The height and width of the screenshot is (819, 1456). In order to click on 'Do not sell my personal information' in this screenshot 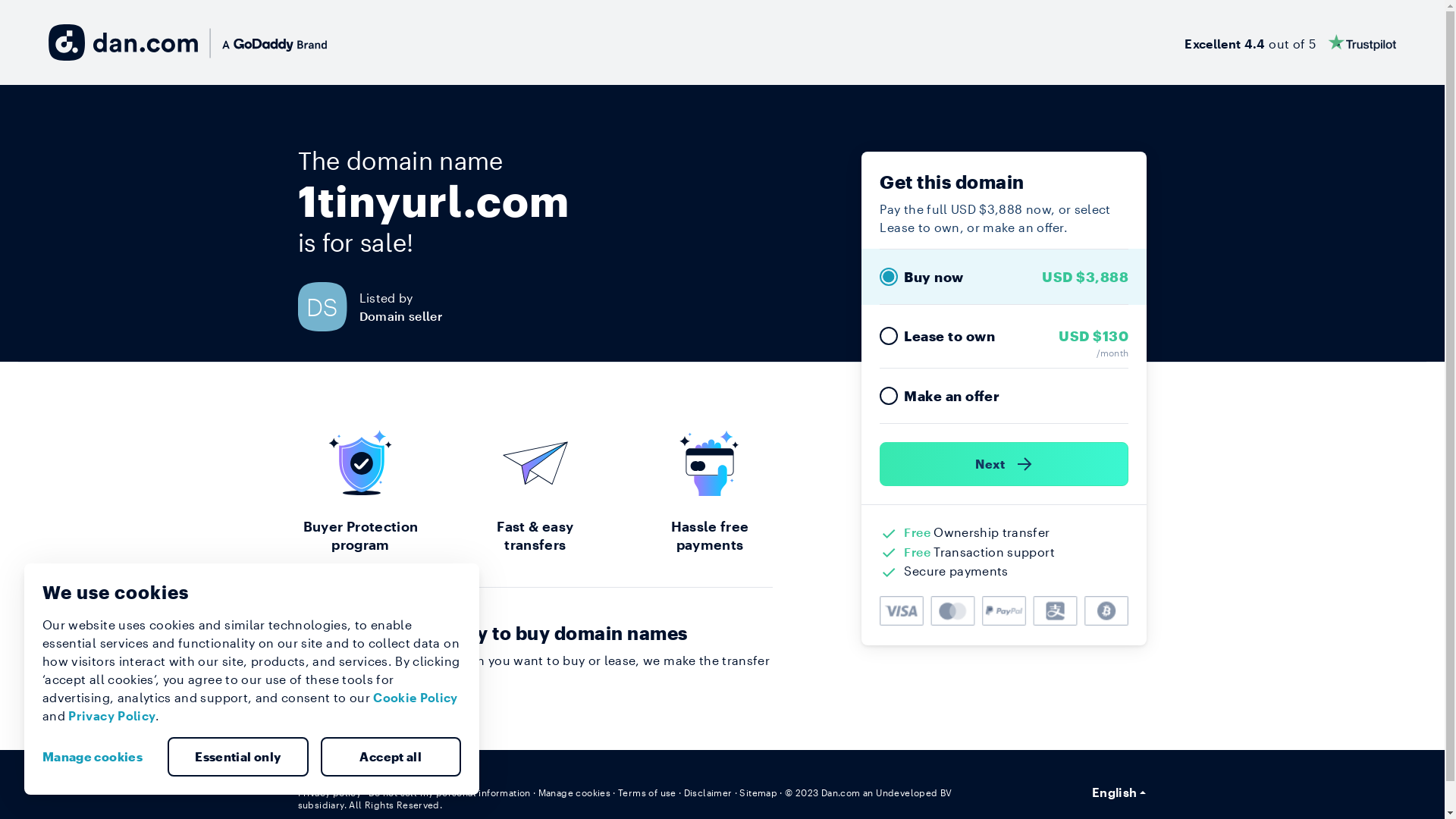, I will do `click(449, 792)`.